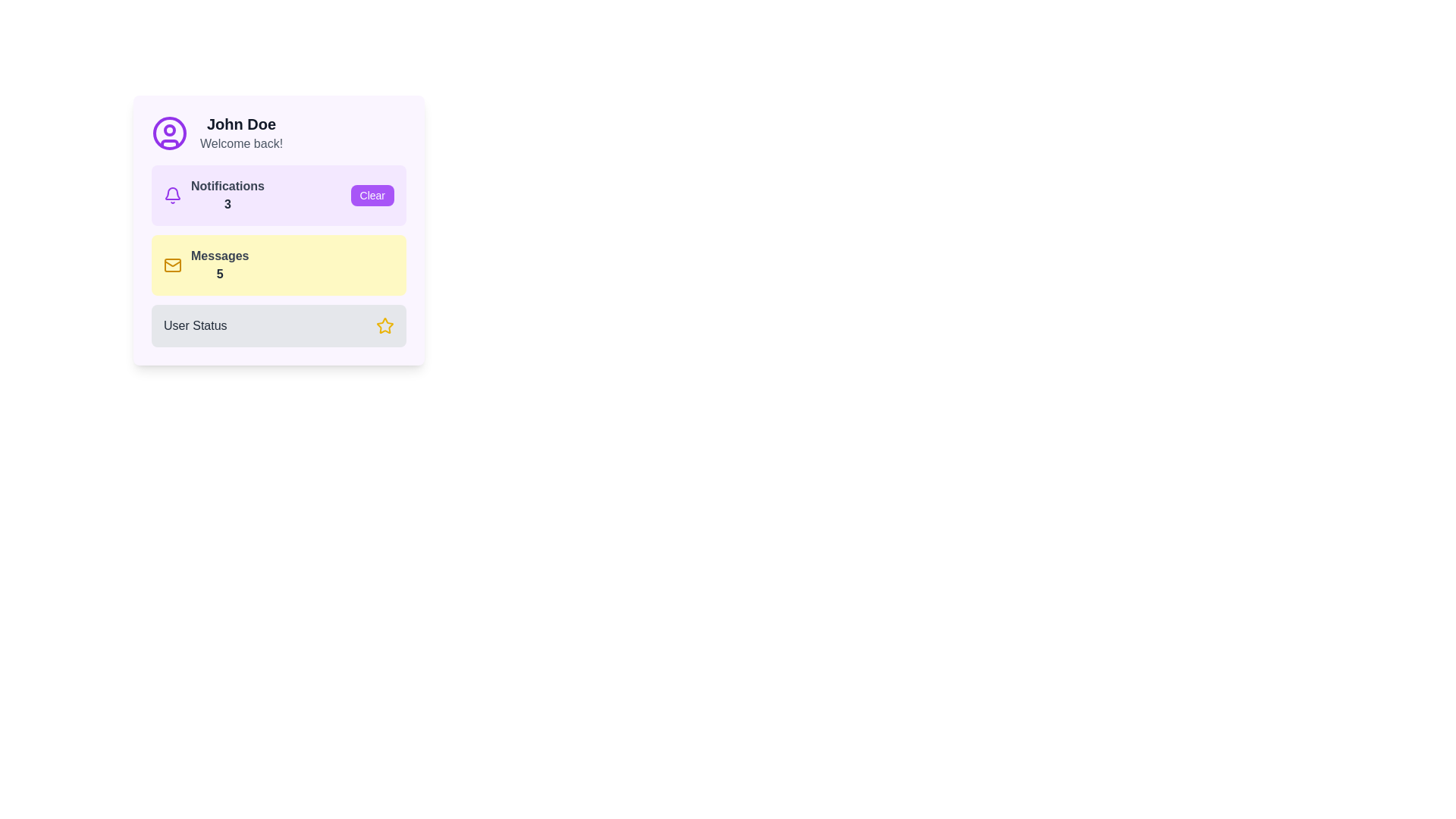 This screenshot has height=819, width=1456. I want to click on the static text display indicating the number of notifications, which shows 'Notifications' and the count '3' in the notification section of the card layout, so click(227, 195).